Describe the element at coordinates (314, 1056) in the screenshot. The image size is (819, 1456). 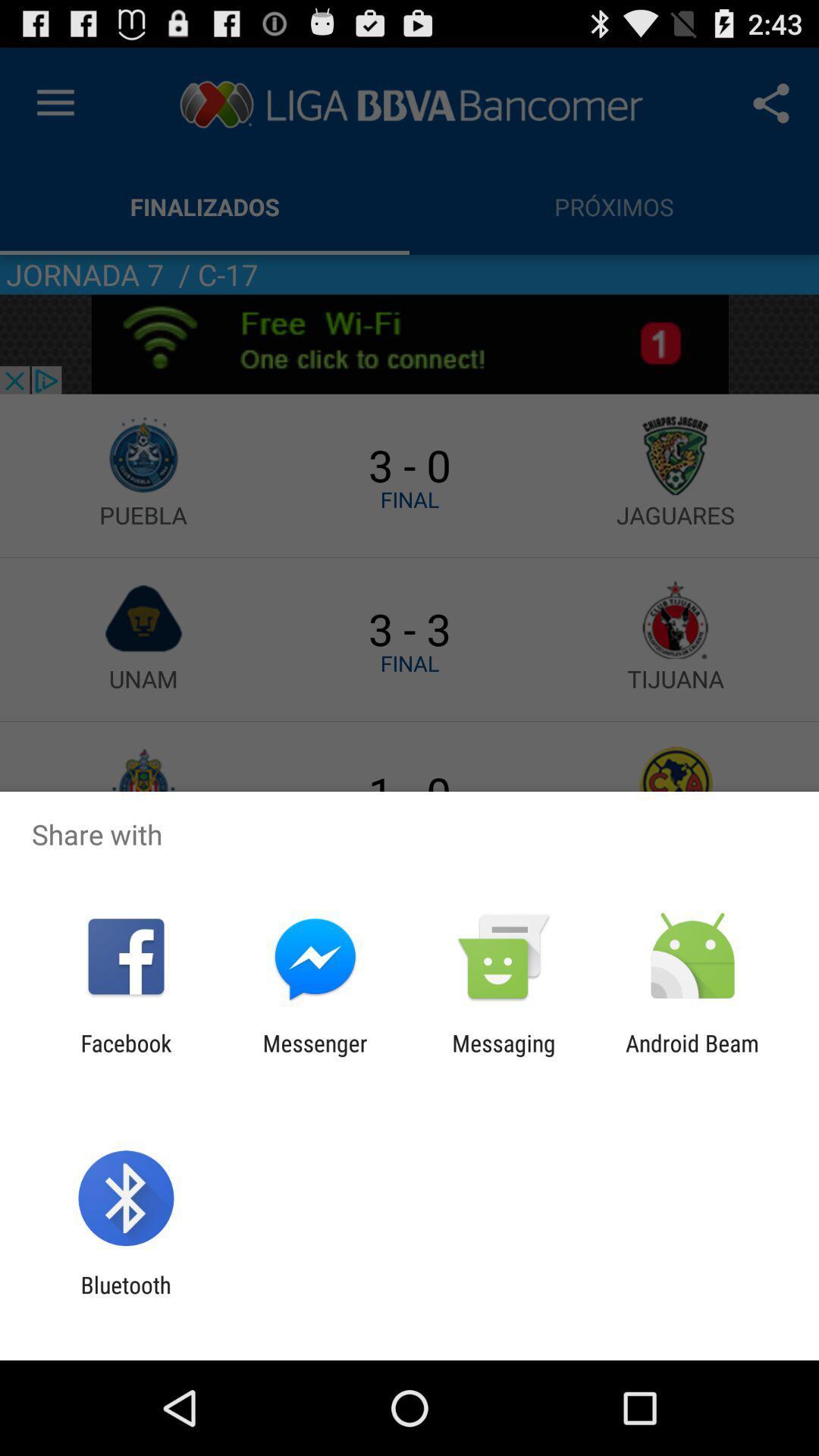
I see `messenger` at that location.